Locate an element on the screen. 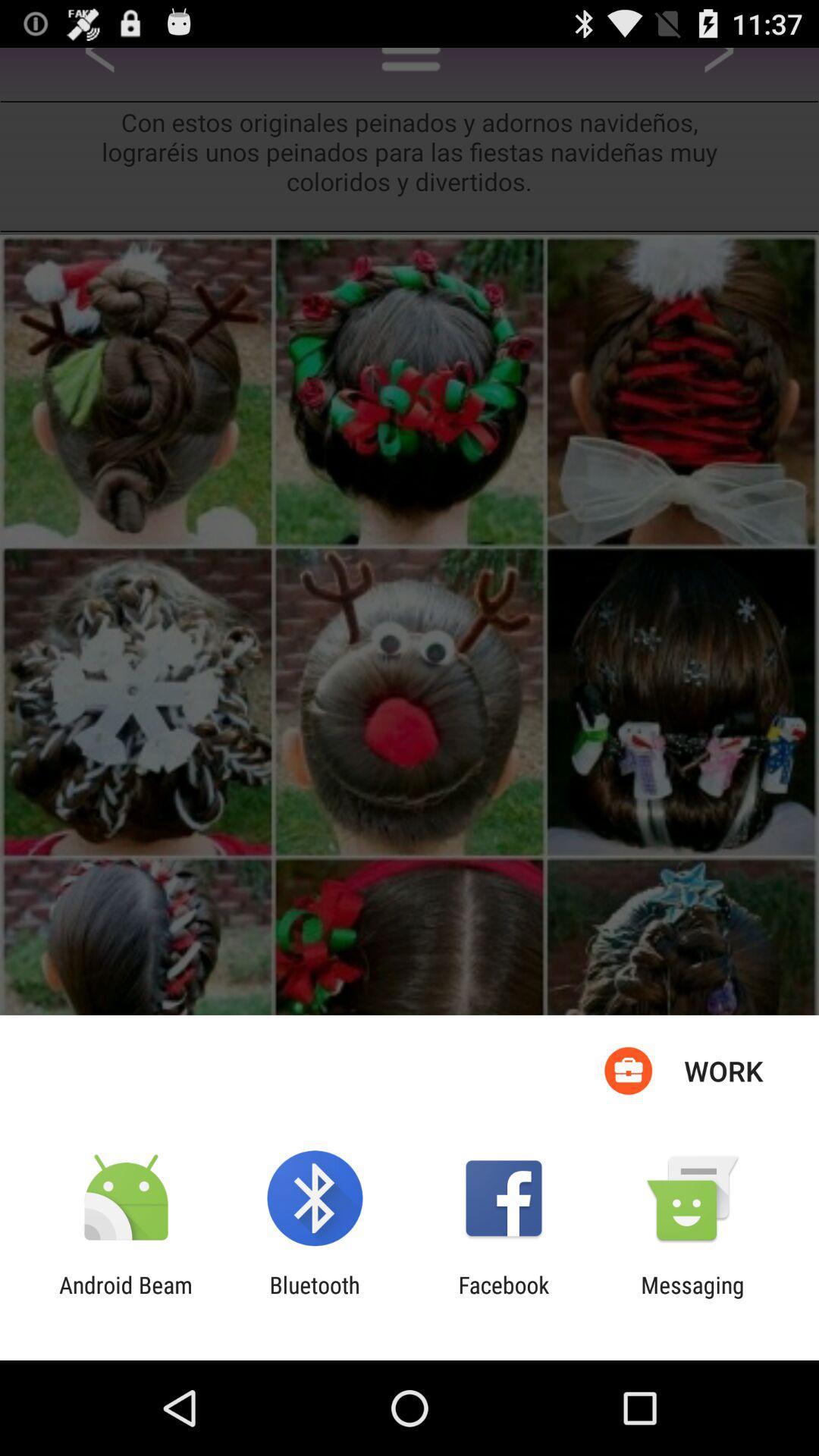 The width and height of the screenshot is (819, 1456). the item next to the messaging app is located at coordinates (504, 1298).